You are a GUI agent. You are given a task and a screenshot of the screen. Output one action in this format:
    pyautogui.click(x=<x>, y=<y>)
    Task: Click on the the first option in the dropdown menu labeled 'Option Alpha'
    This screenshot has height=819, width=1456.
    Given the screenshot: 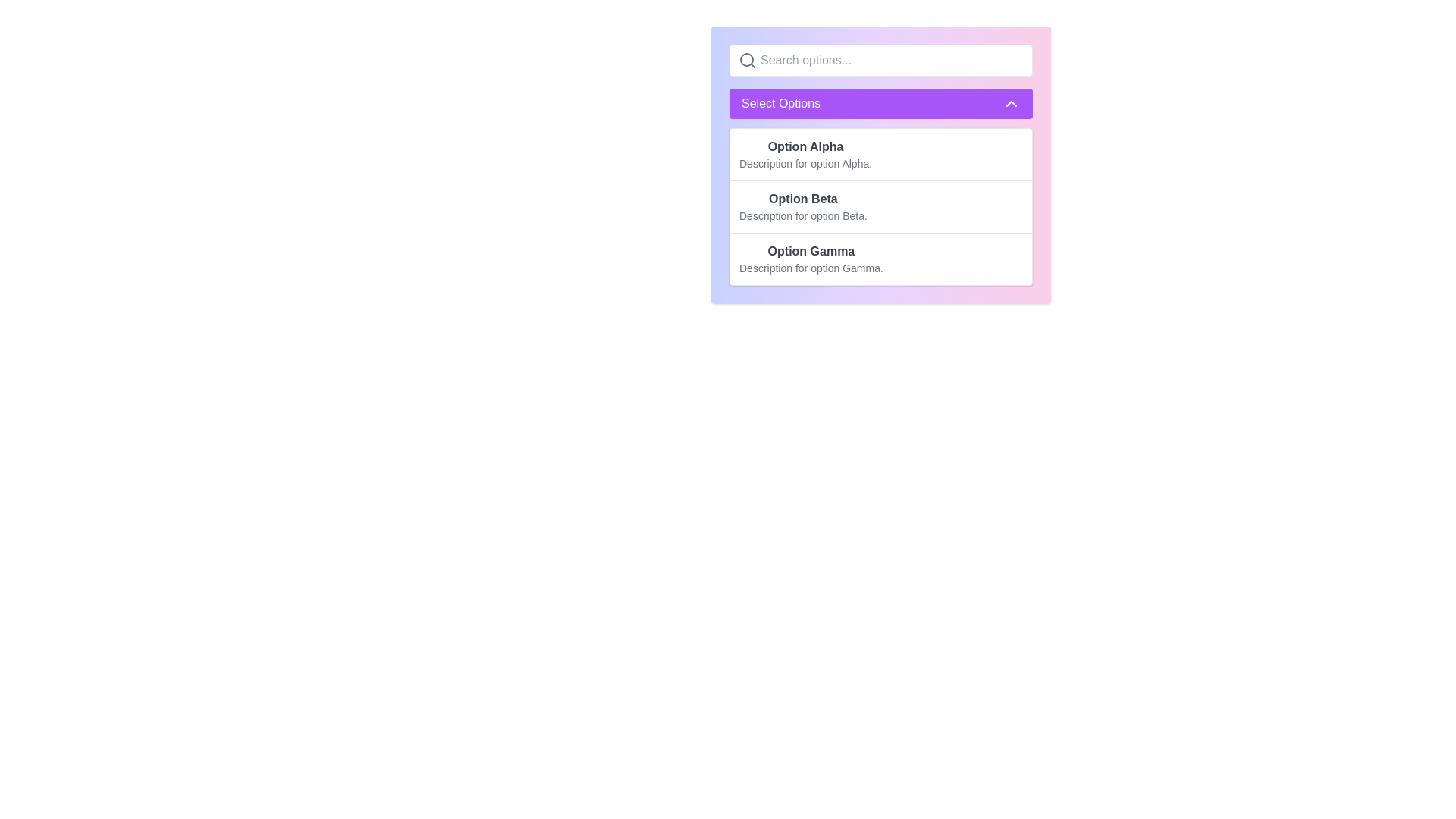 What is the action you would take?
    pyautogui.click(x=880, y=155)
    